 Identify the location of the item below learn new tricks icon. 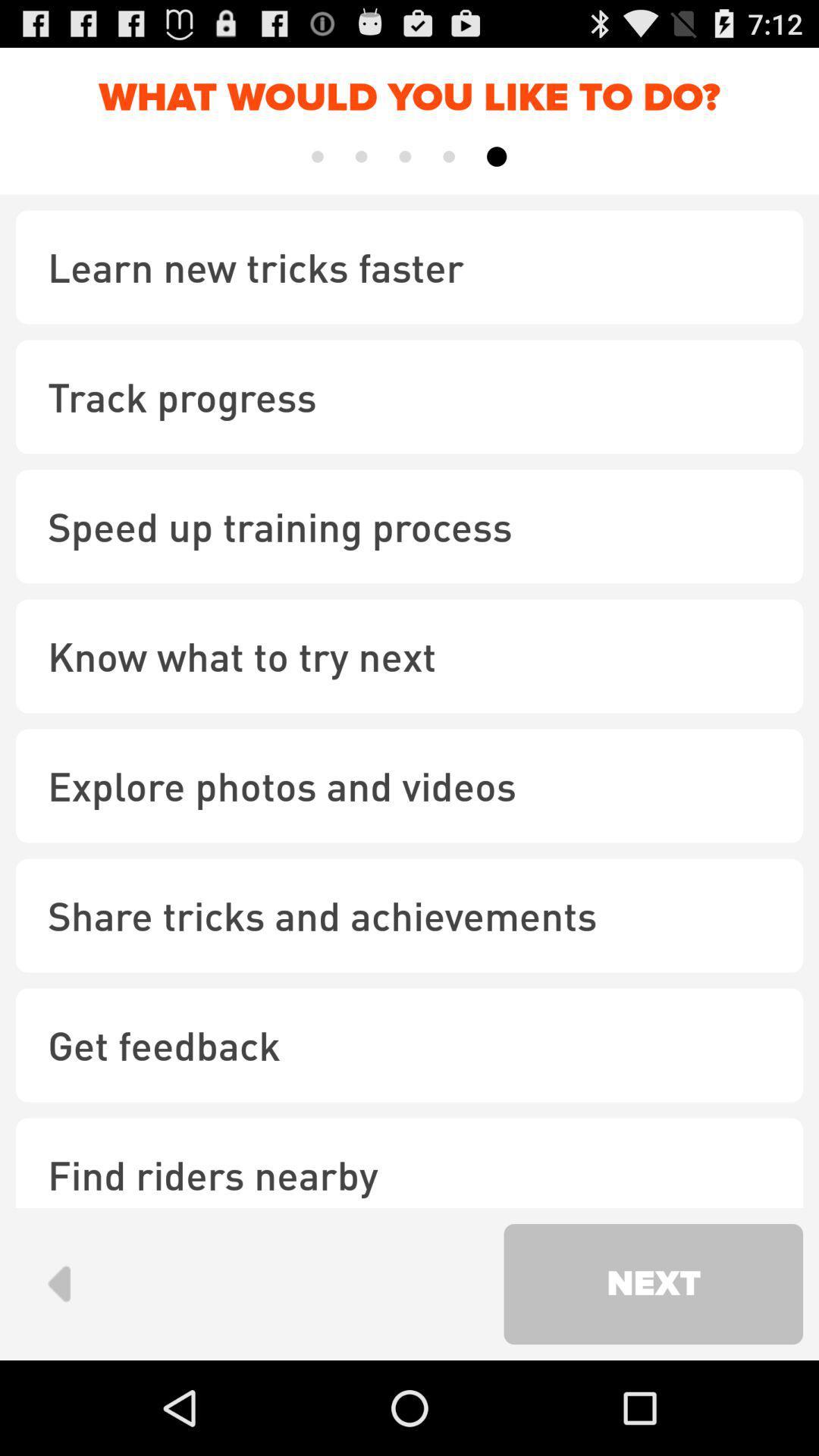
(409, 397).